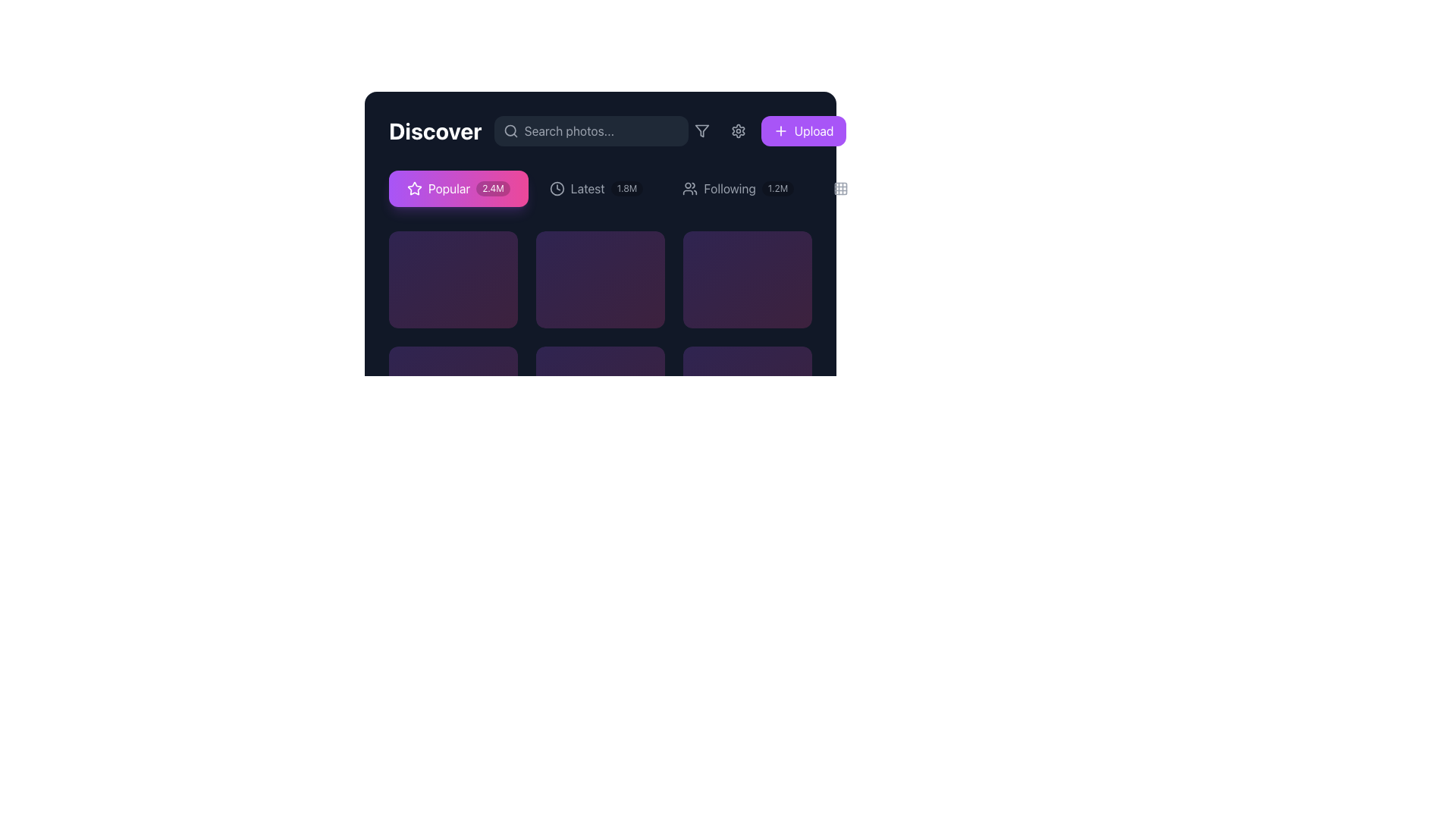 This screenshot has height=819, width=1456. What do you see at coordinates (701, 130) in the screenshot?
I see `the triangular filter icon located in the navigation bar, positioned to the right of the search bar and left of the settings gear icon` at bounding box center [701, 130].